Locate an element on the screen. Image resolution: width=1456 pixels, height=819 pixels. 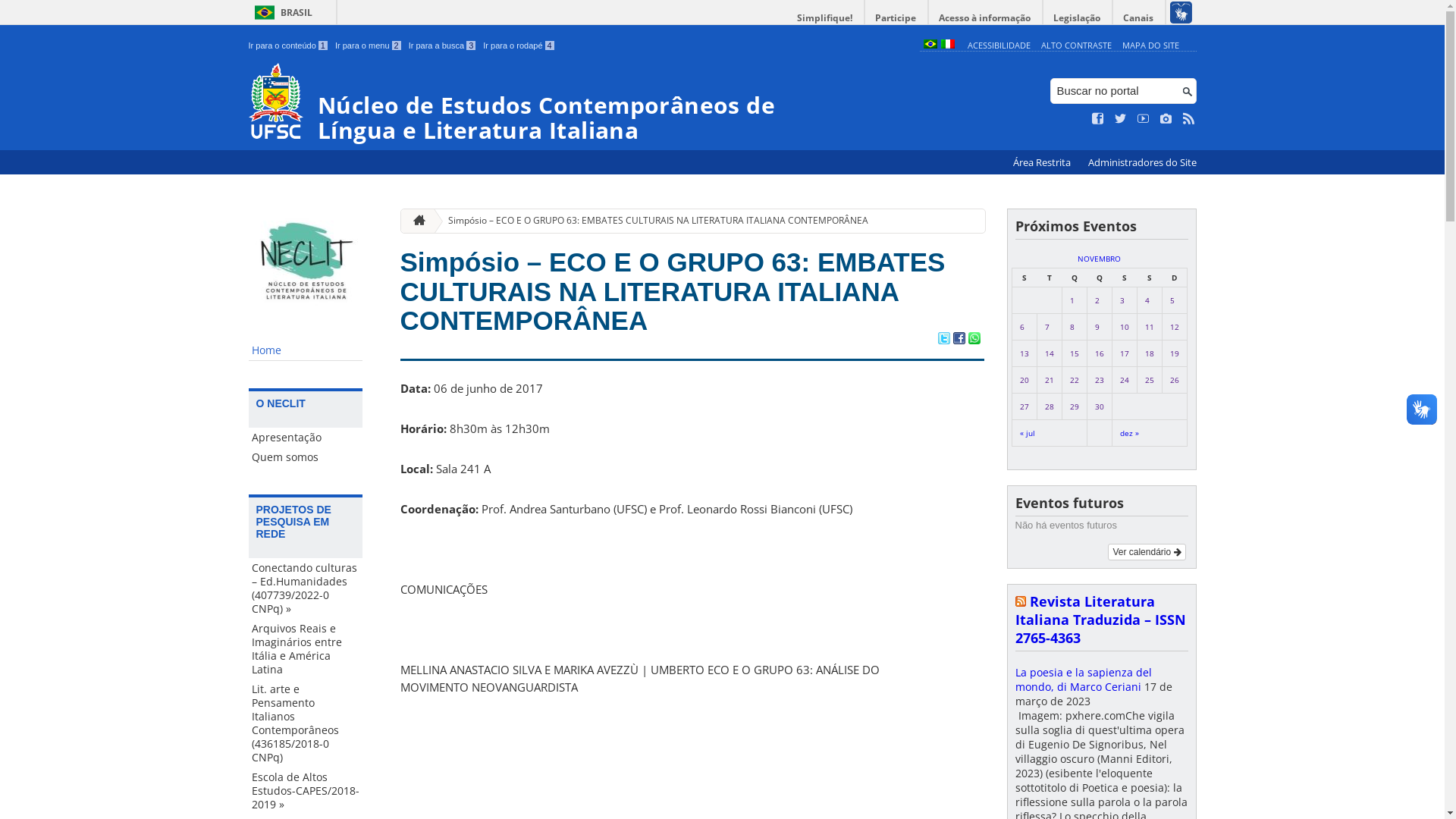
'Italiano (it)' is located at coordinates (946, 44).